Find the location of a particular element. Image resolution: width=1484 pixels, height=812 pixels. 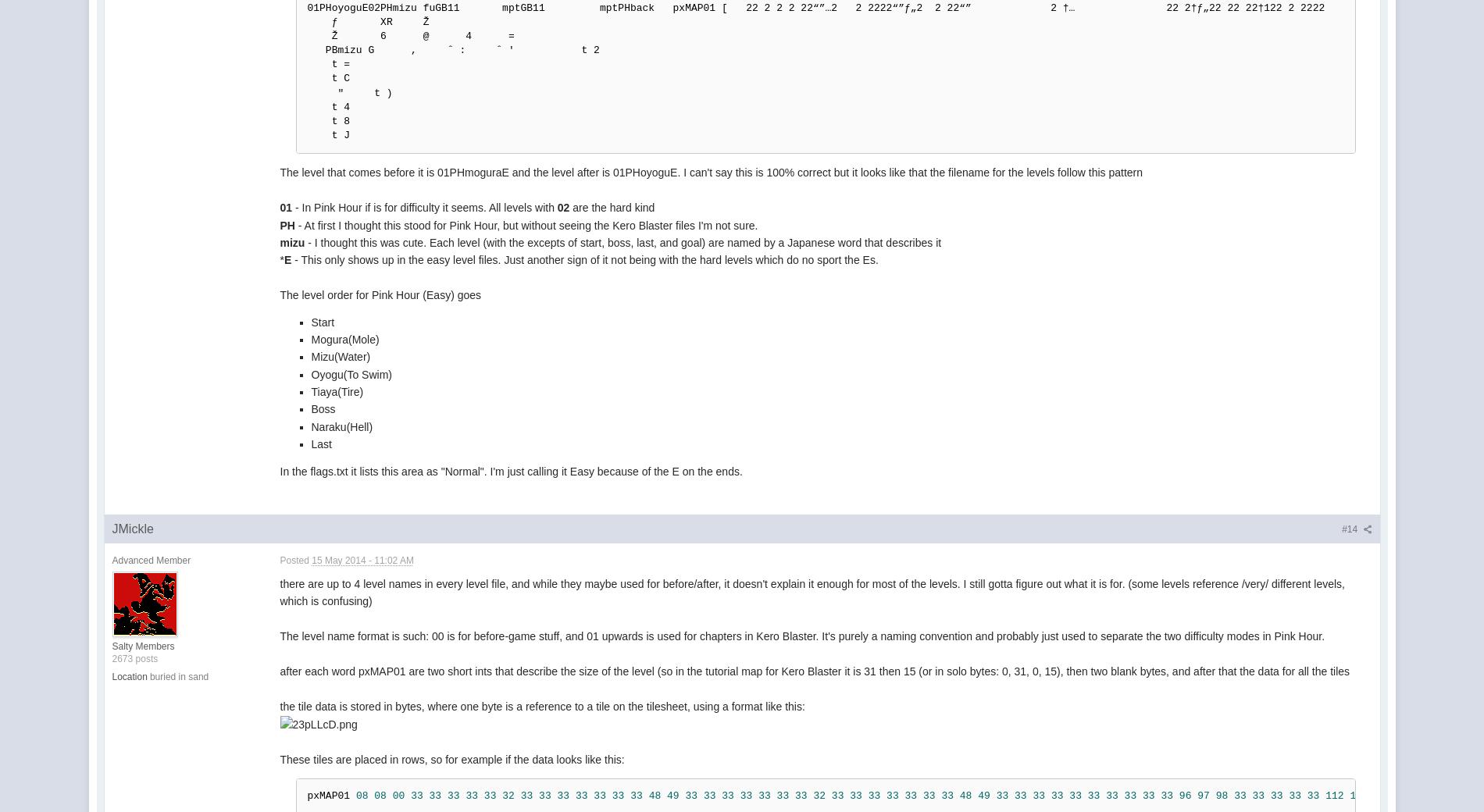

'Naraku(Hell)' is located at coordinates (341, 426).